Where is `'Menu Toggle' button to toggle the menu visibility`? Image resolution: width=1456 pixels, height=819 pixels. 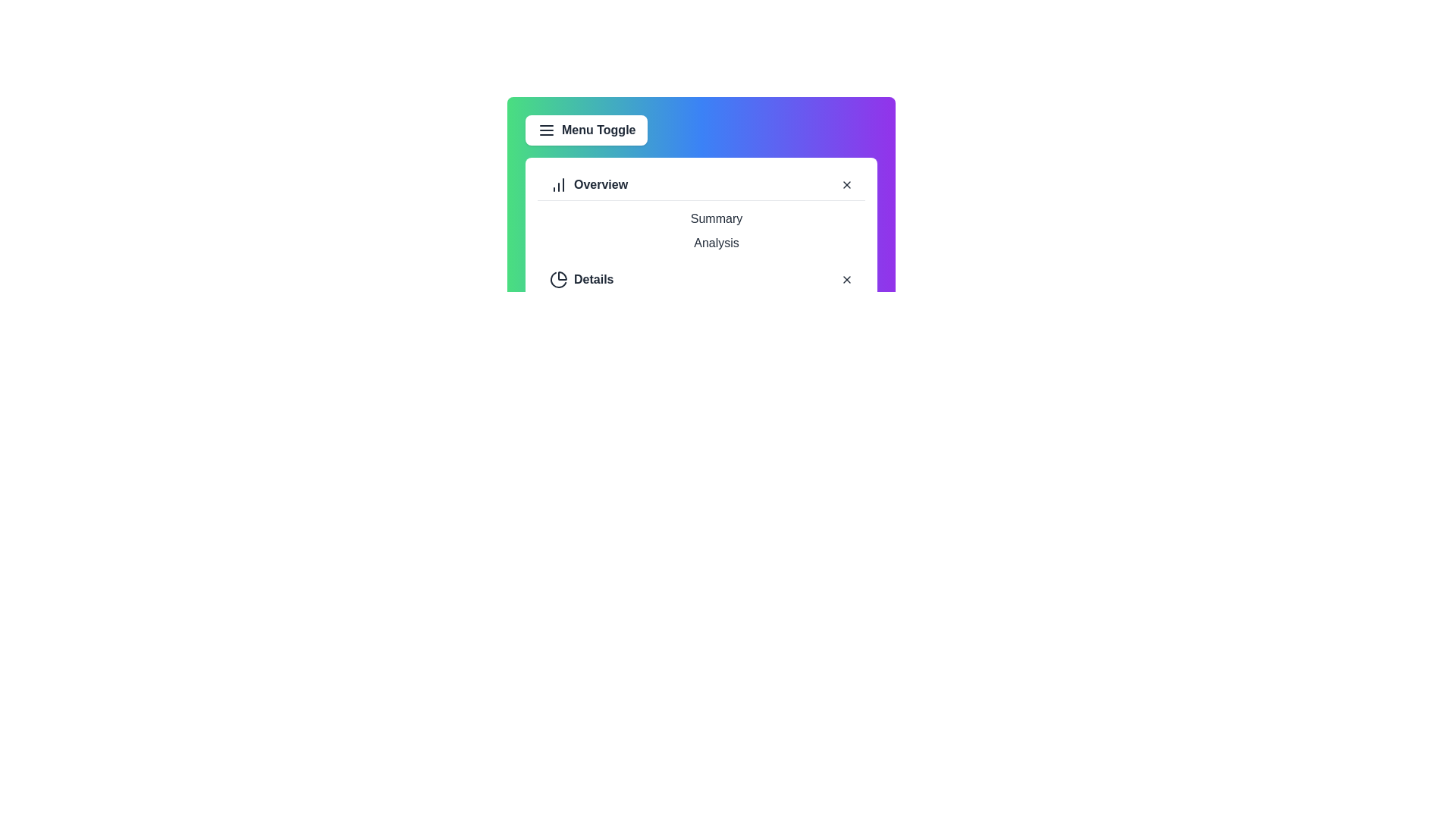 'Menu Toggle' button to toggle the menu visibility is located at coordinates (585, 130).